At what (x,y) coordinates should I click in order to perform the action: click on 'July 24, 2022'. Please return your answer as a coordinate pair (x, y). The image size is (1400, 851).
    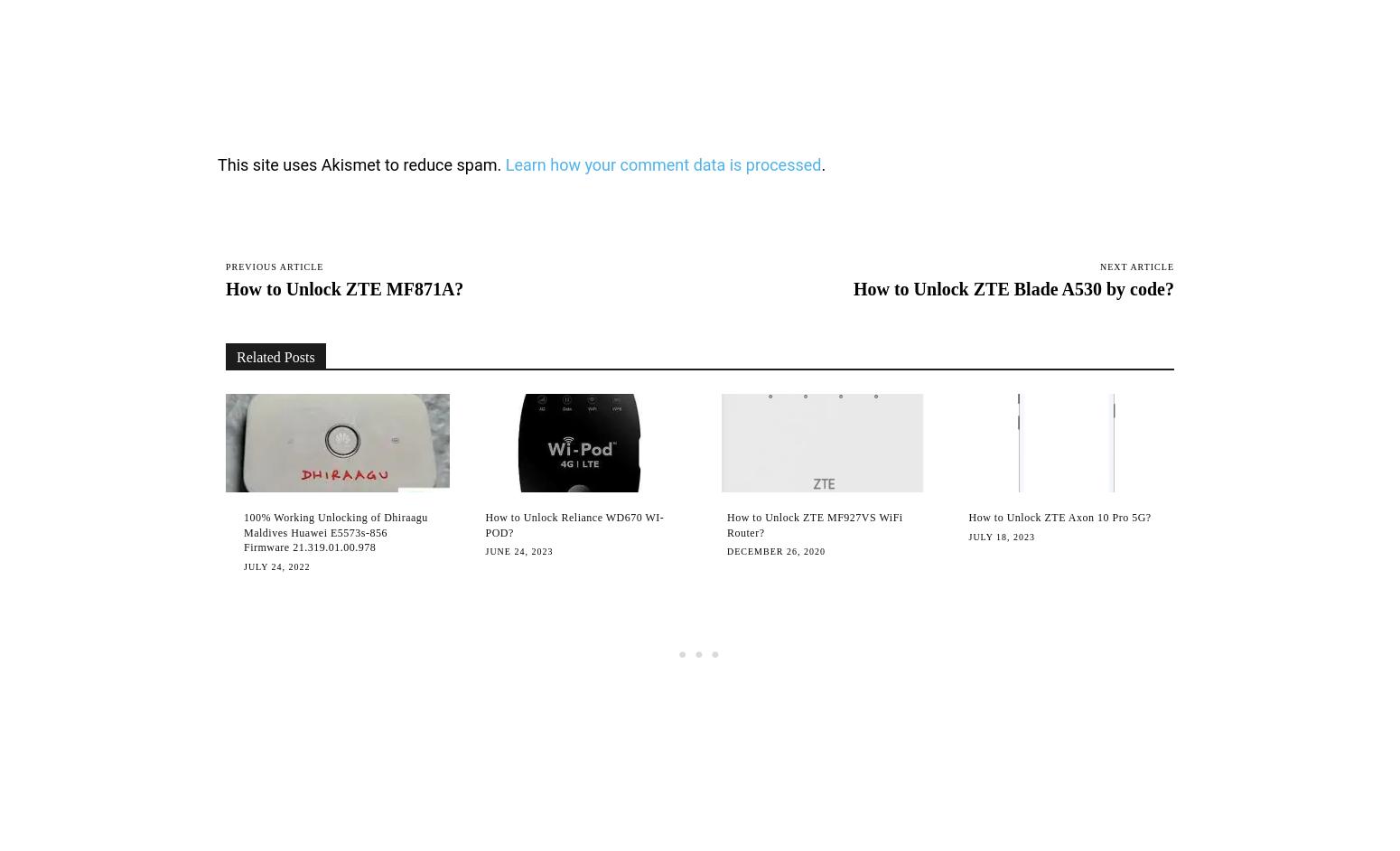
    Looking at the image, I should click on (276, 566).